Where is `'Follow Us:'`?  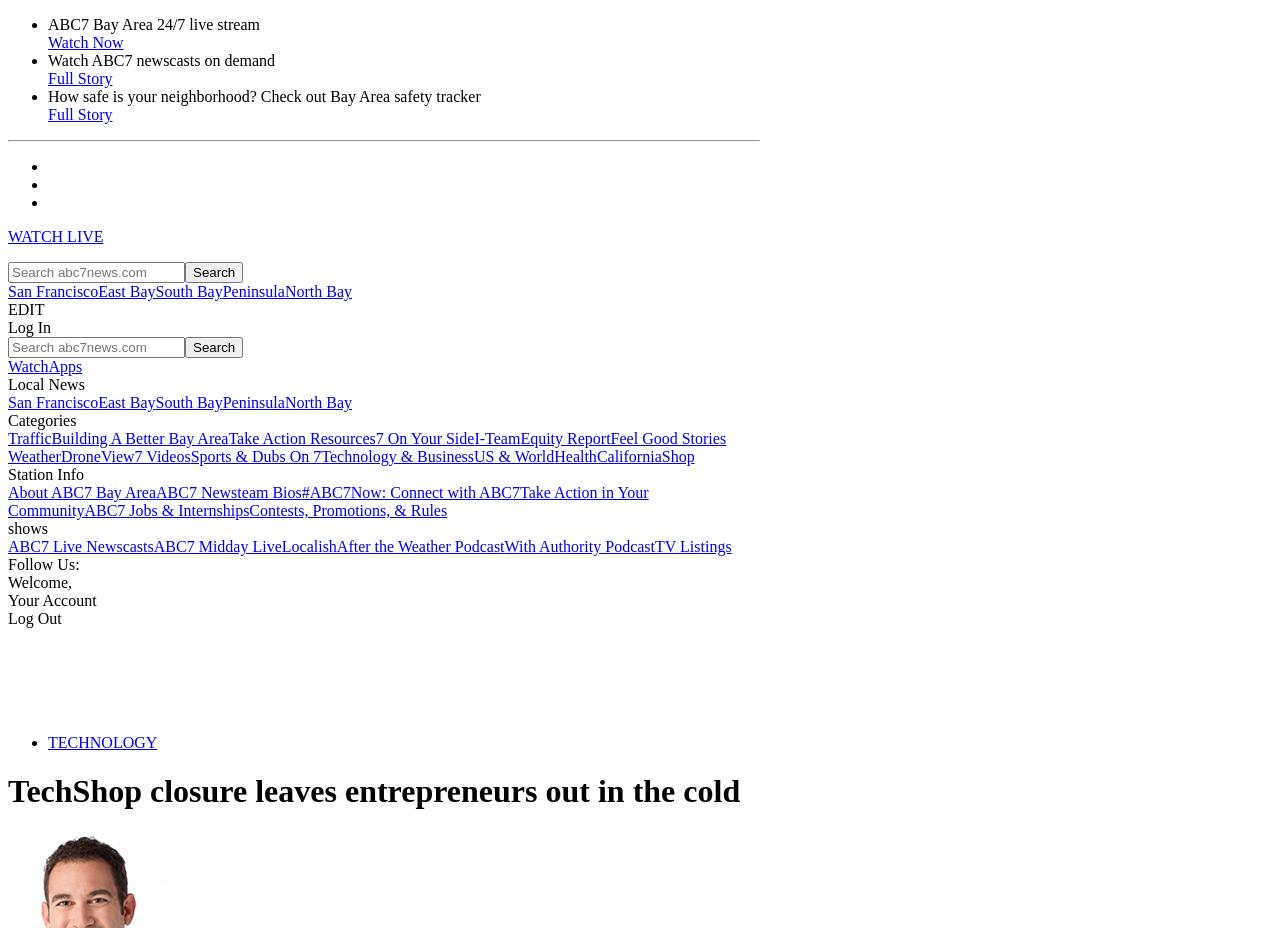
'Follow Us:' is located at coordinates (43, 563).